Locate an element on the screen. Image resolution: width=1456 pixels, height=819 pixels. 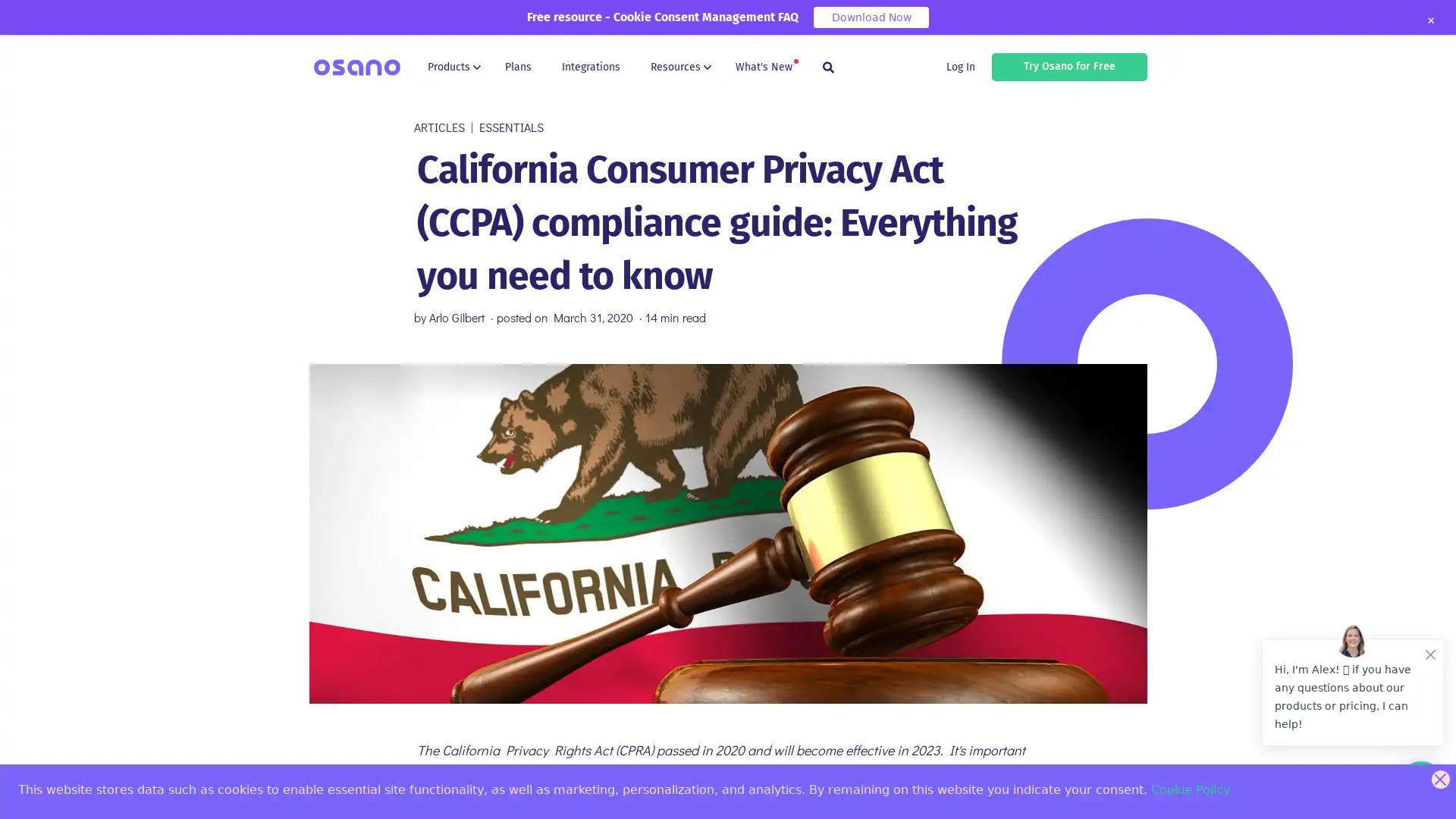
Close is located at coordinates (1429, 20).